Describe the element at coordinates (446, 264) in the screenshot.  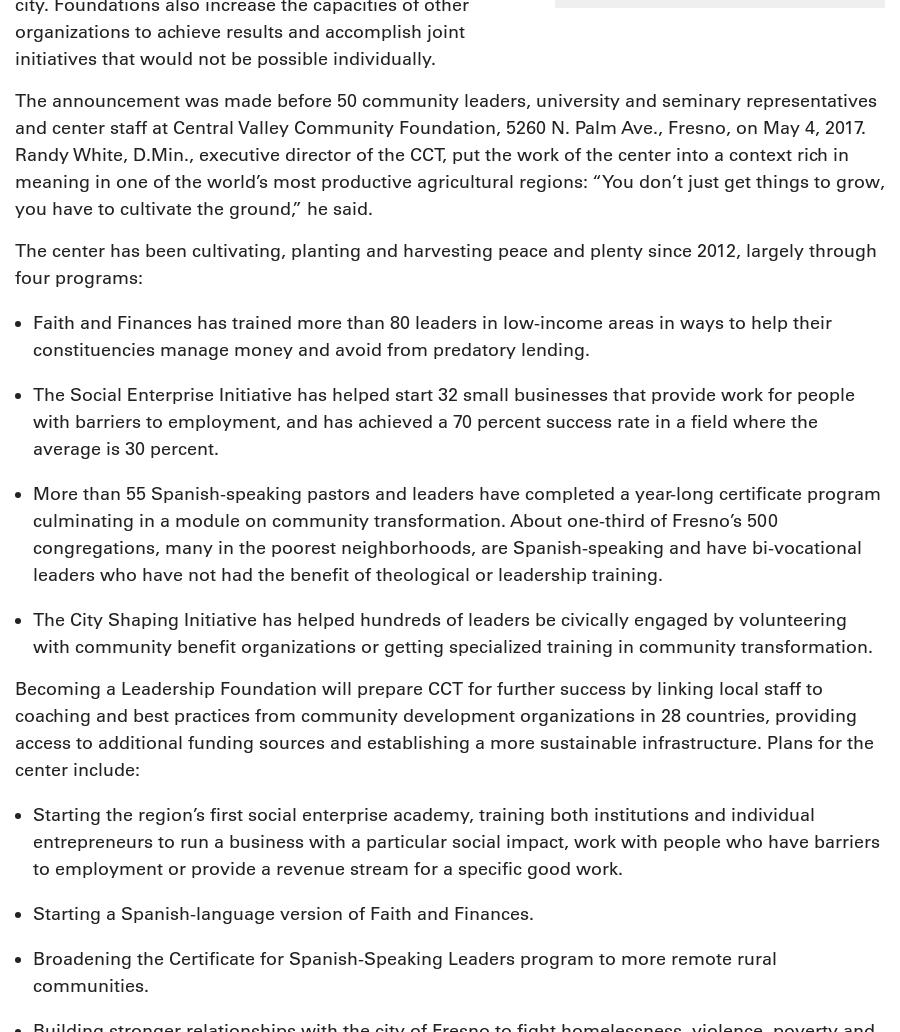
I see `'The center has been cultivating, planting and harvesting peace and plenty since 2012, largely through four programs:'` at that location.